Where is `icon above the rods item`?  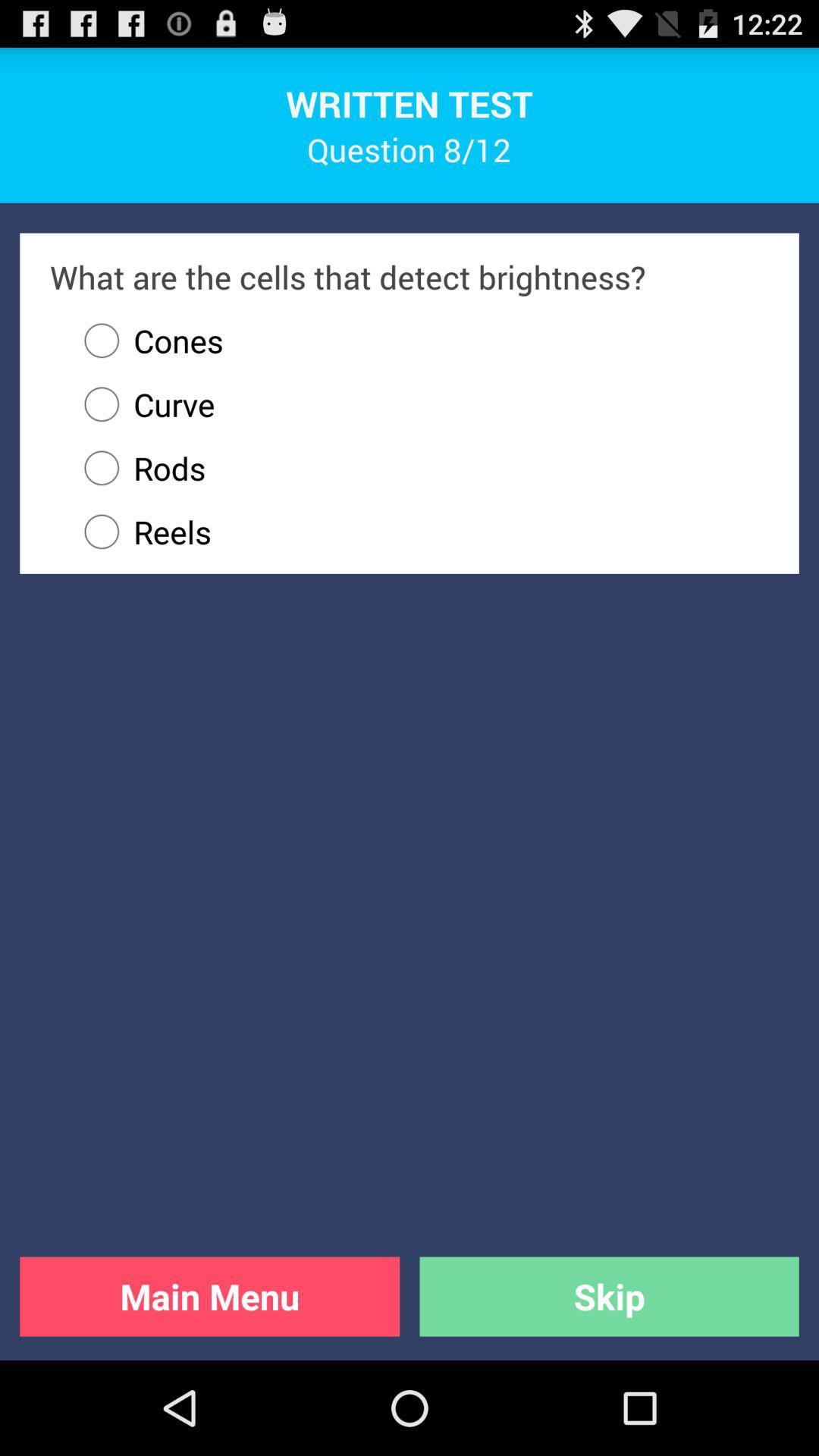 icon above the rods item is located at coordinates (142, 404).